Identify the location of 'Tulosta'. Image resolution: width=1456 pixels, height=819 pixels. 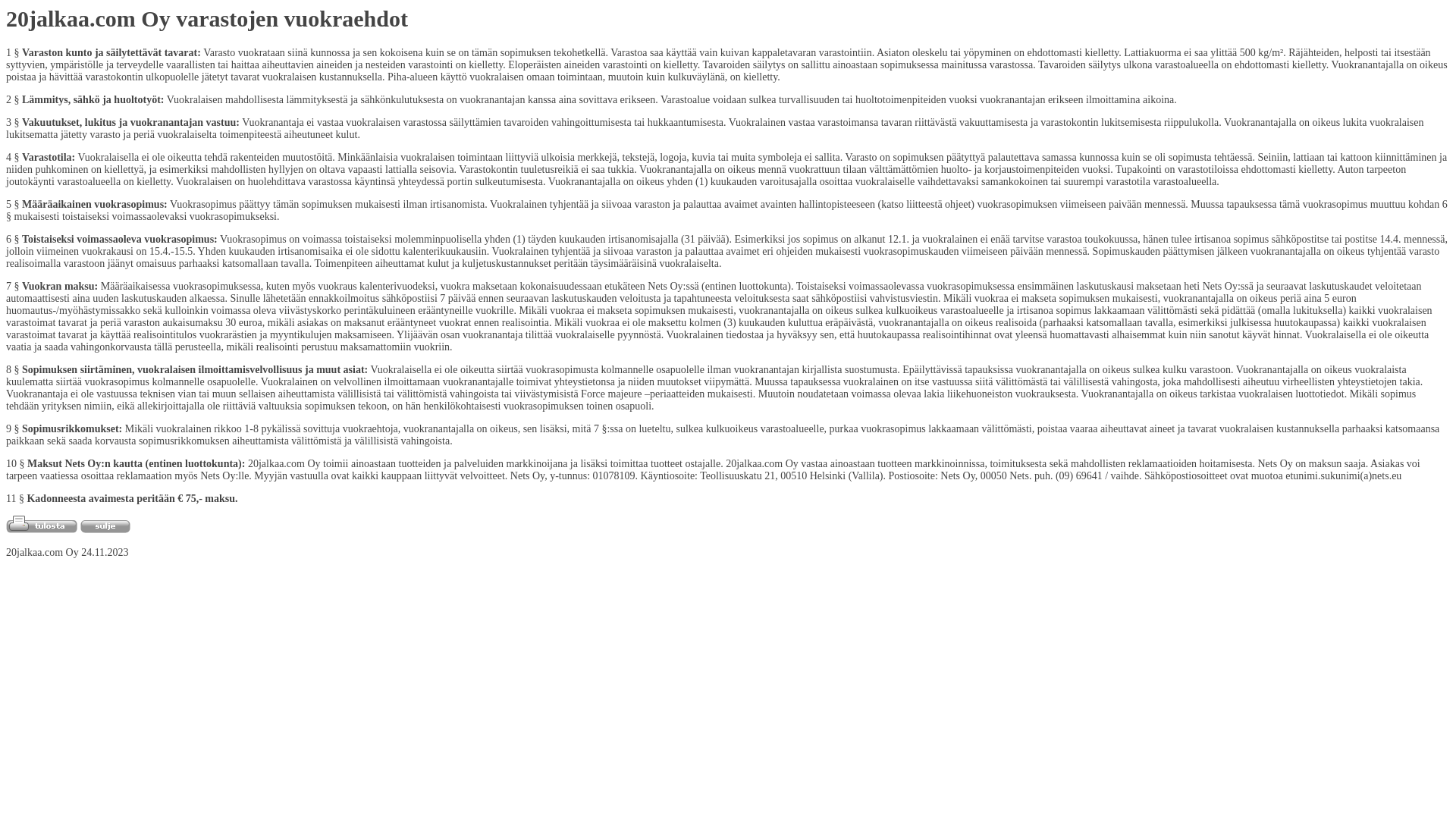
(41, 523).